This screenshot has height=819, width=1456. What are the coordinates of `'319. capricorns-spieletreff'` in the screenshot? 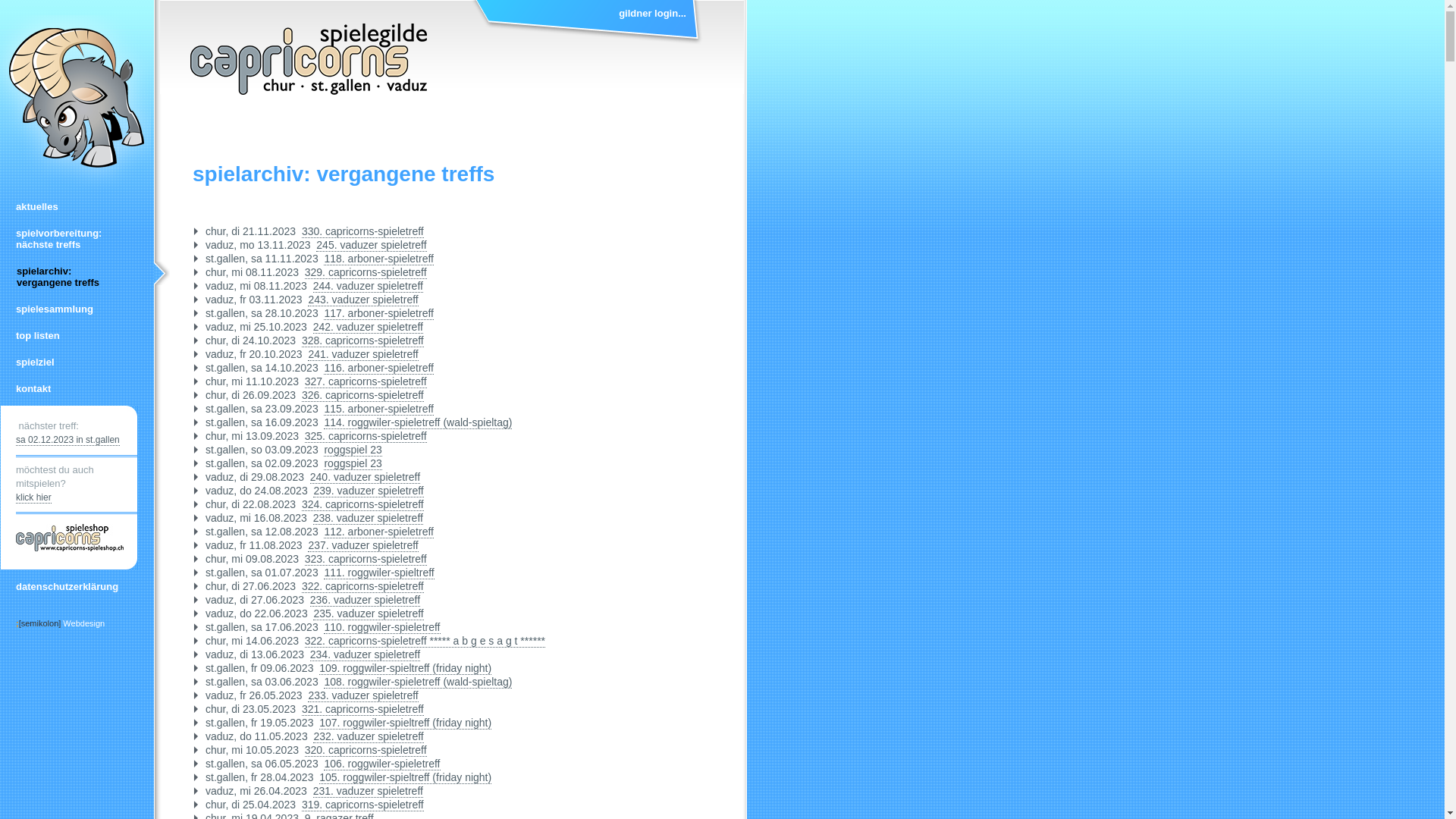 It's located at (362, 804).